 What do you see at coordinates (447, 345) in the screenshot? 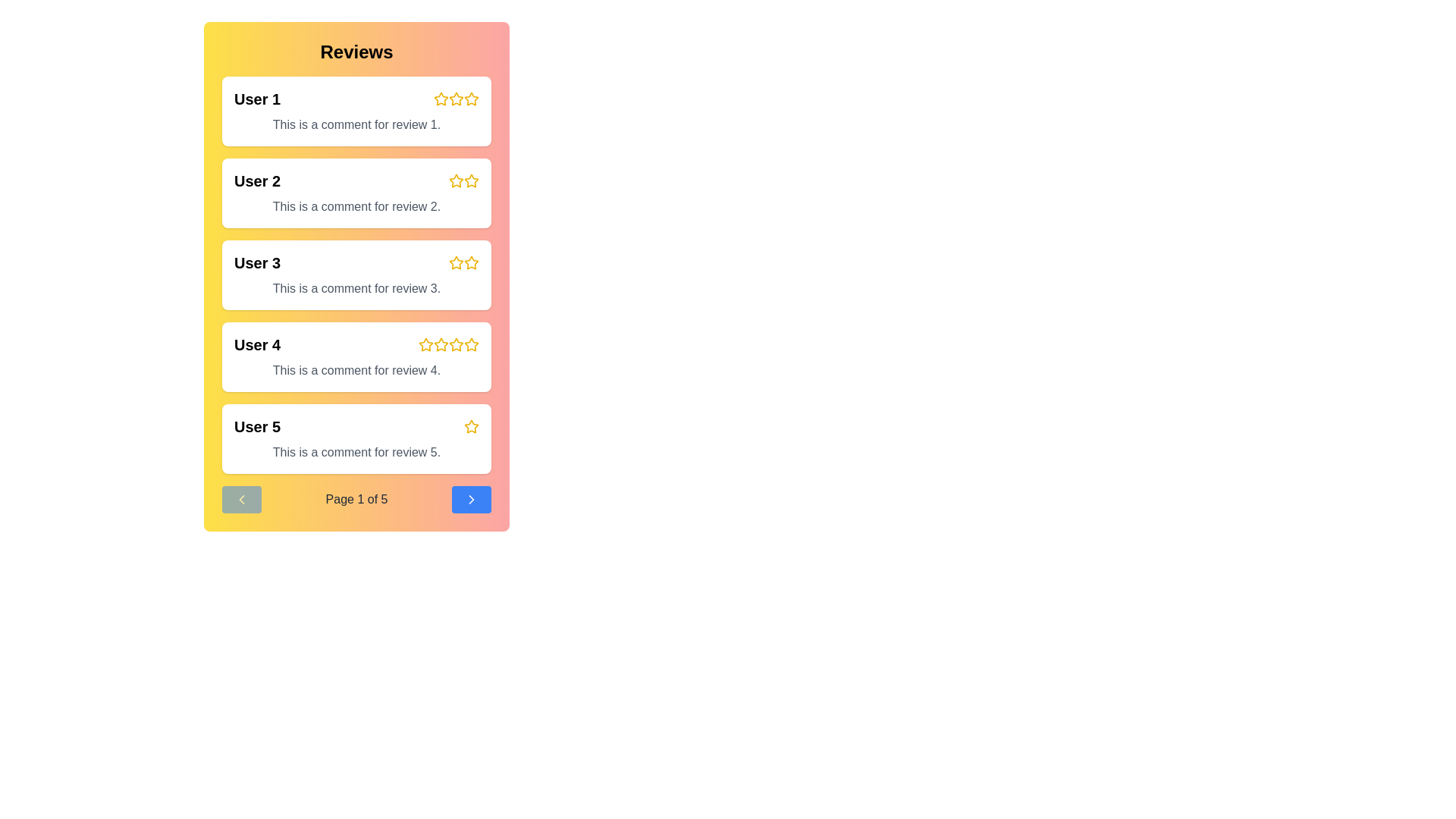
I see `the Rating star icon for 'User 4', which is located in the middle of a set of five stars used for rating` at bounding box center [447, 345].